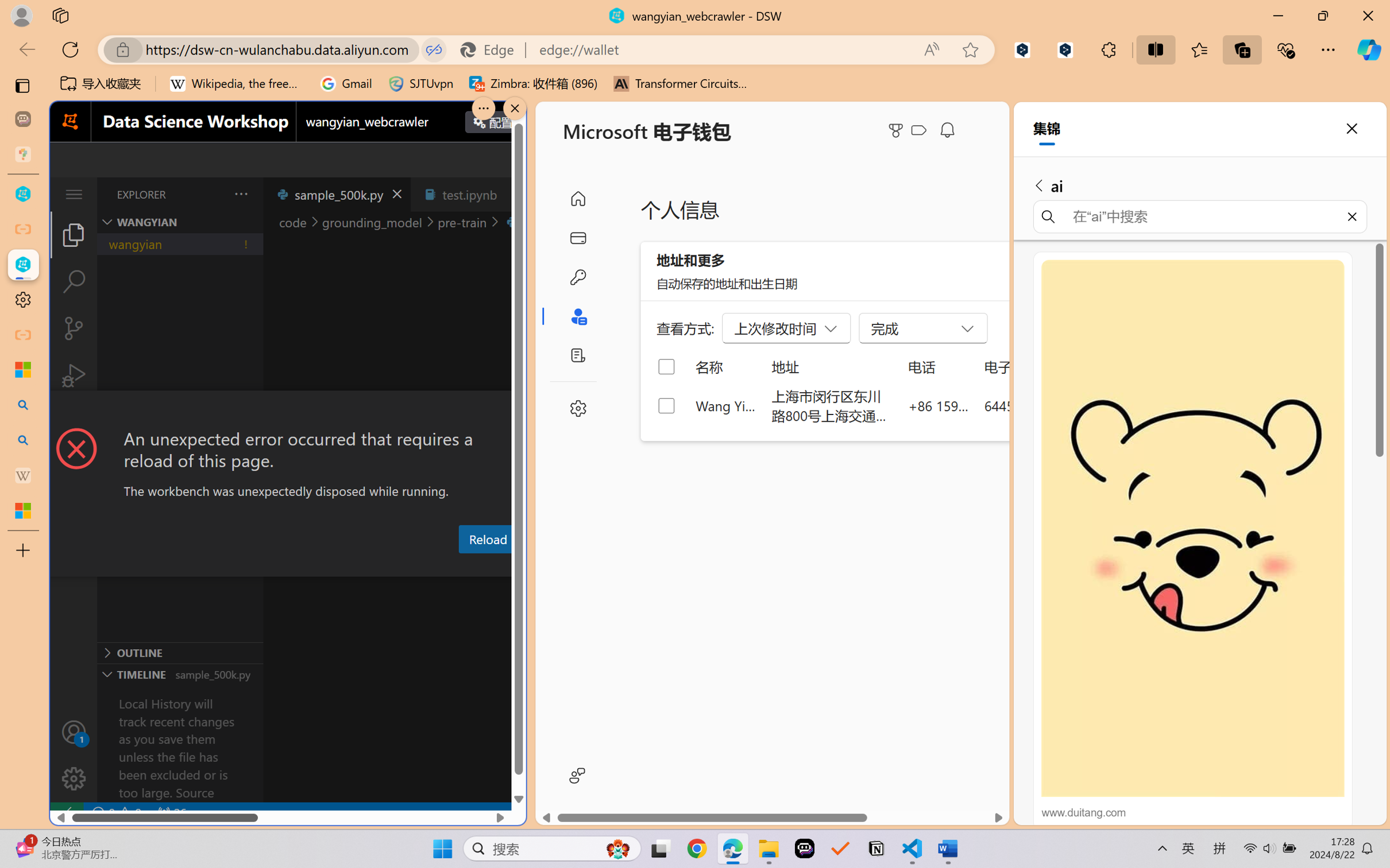 The image size is (1390, 868). Describe the element at coordinates (73, 731) in the screenshot. I see `'Accounts - Sign in requested'` at that location.